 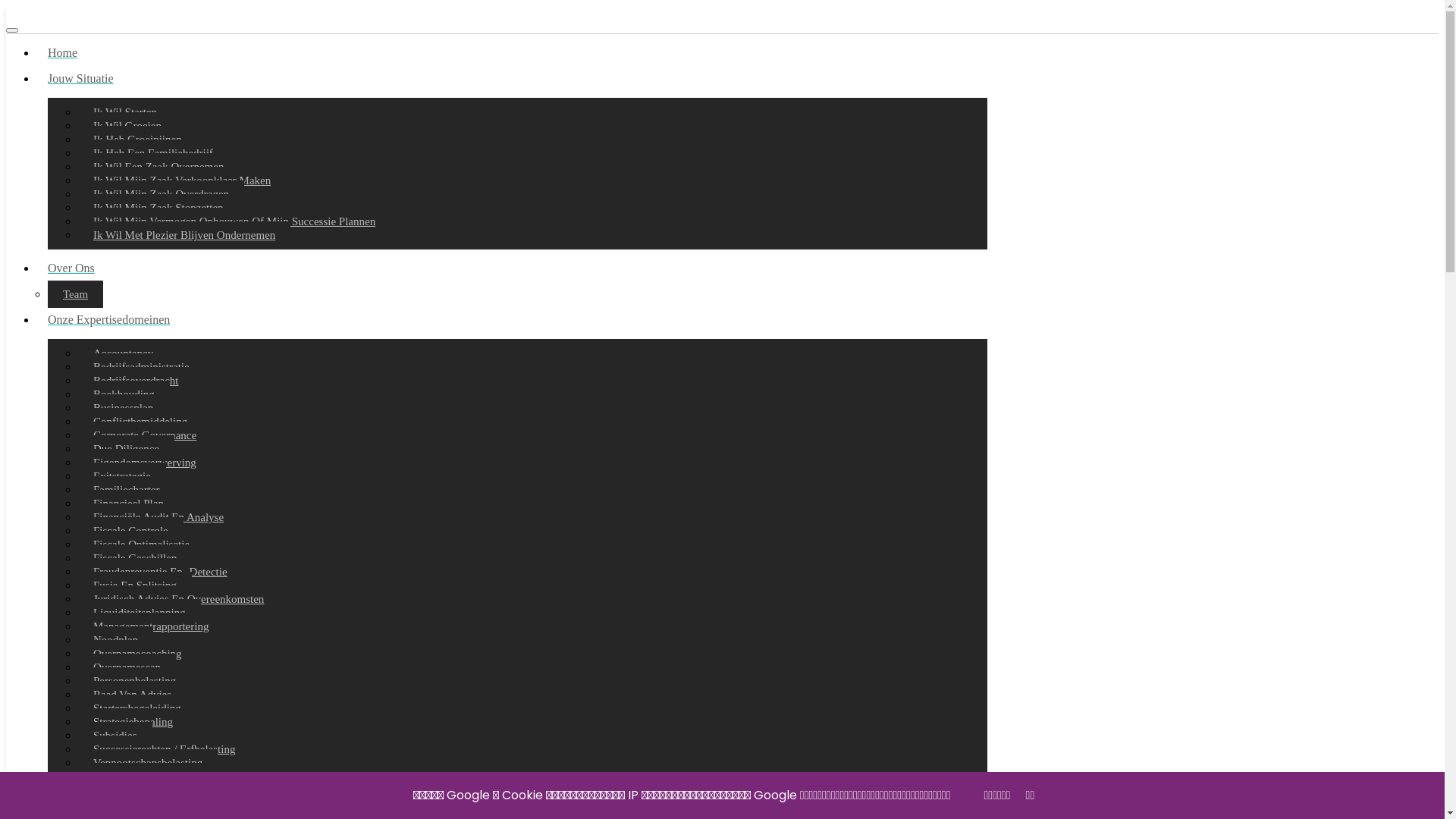 I want to click on 'Ik Wil Mijn Zaak Verkoopklaar Maken', so click(x=182, y=180).